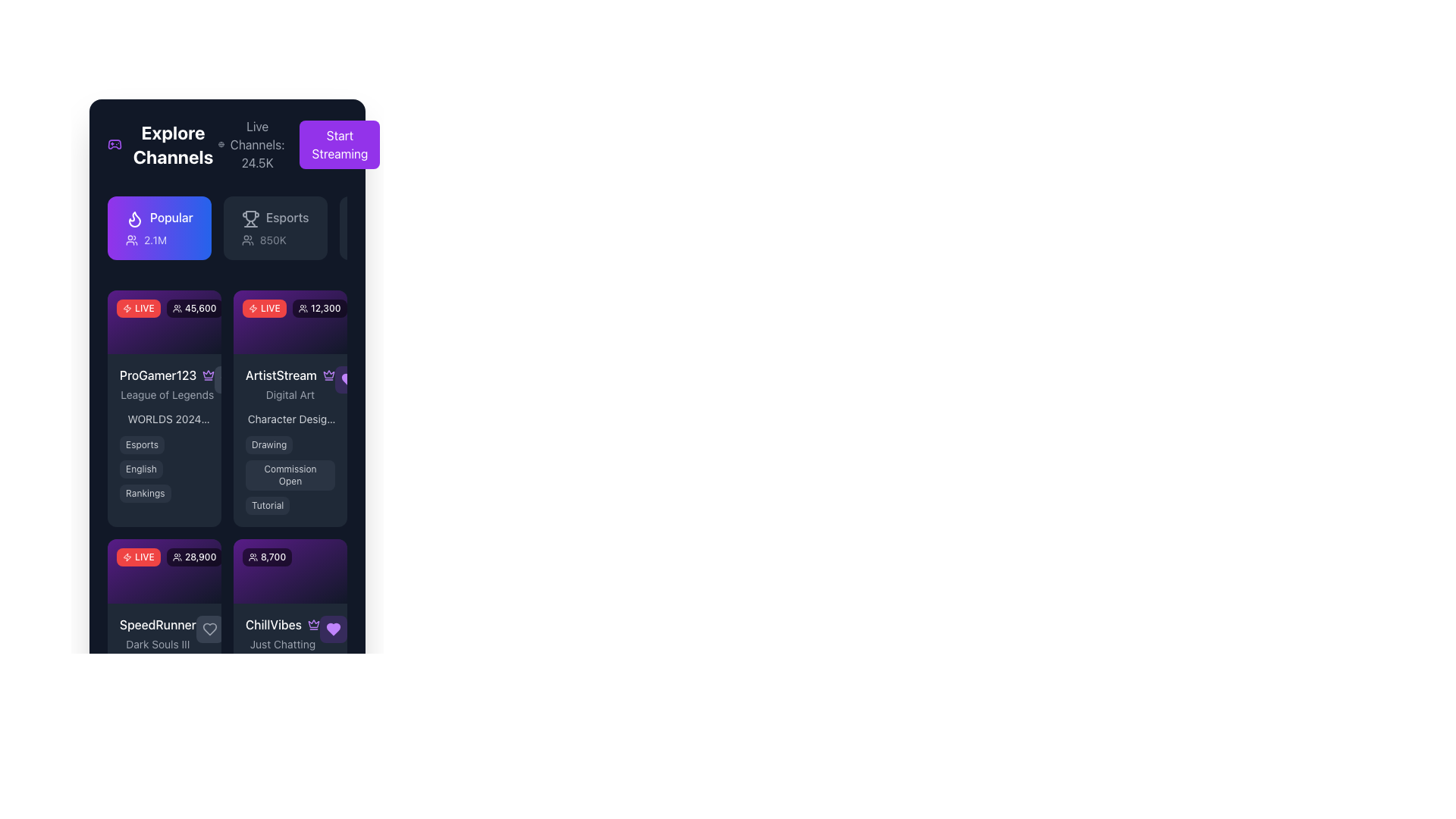 This screenshot has height=819, width=1456. Describe the element at coordinates (167, 375) in the screenshot. I see `the displayed username of the streamer located below the 'LIVE' button and above the game title 'League of Legends' in the streaming channels panel` at that location.